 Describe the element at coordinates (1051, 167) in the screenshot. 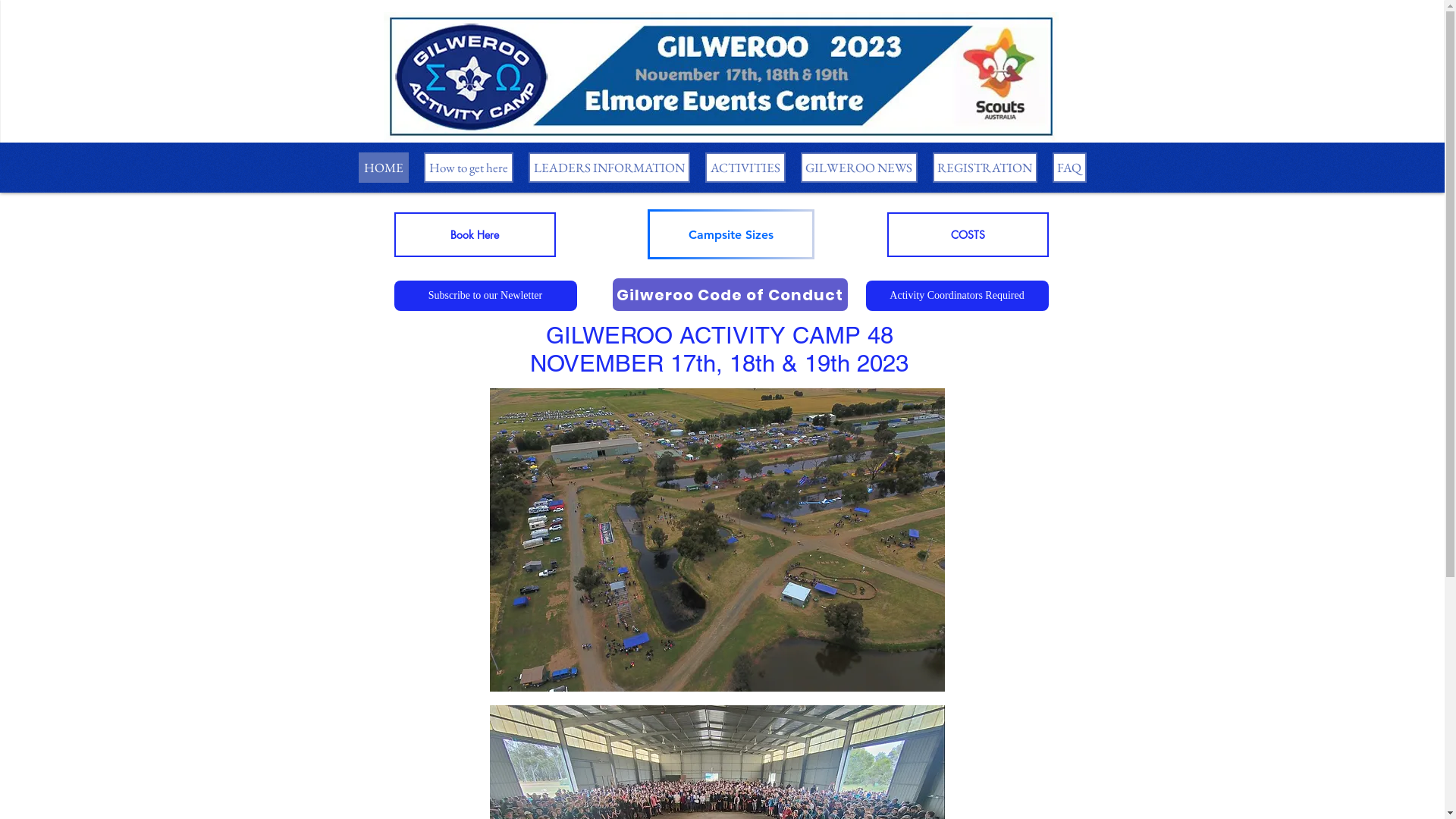

I see `'FAQ'` at that location.